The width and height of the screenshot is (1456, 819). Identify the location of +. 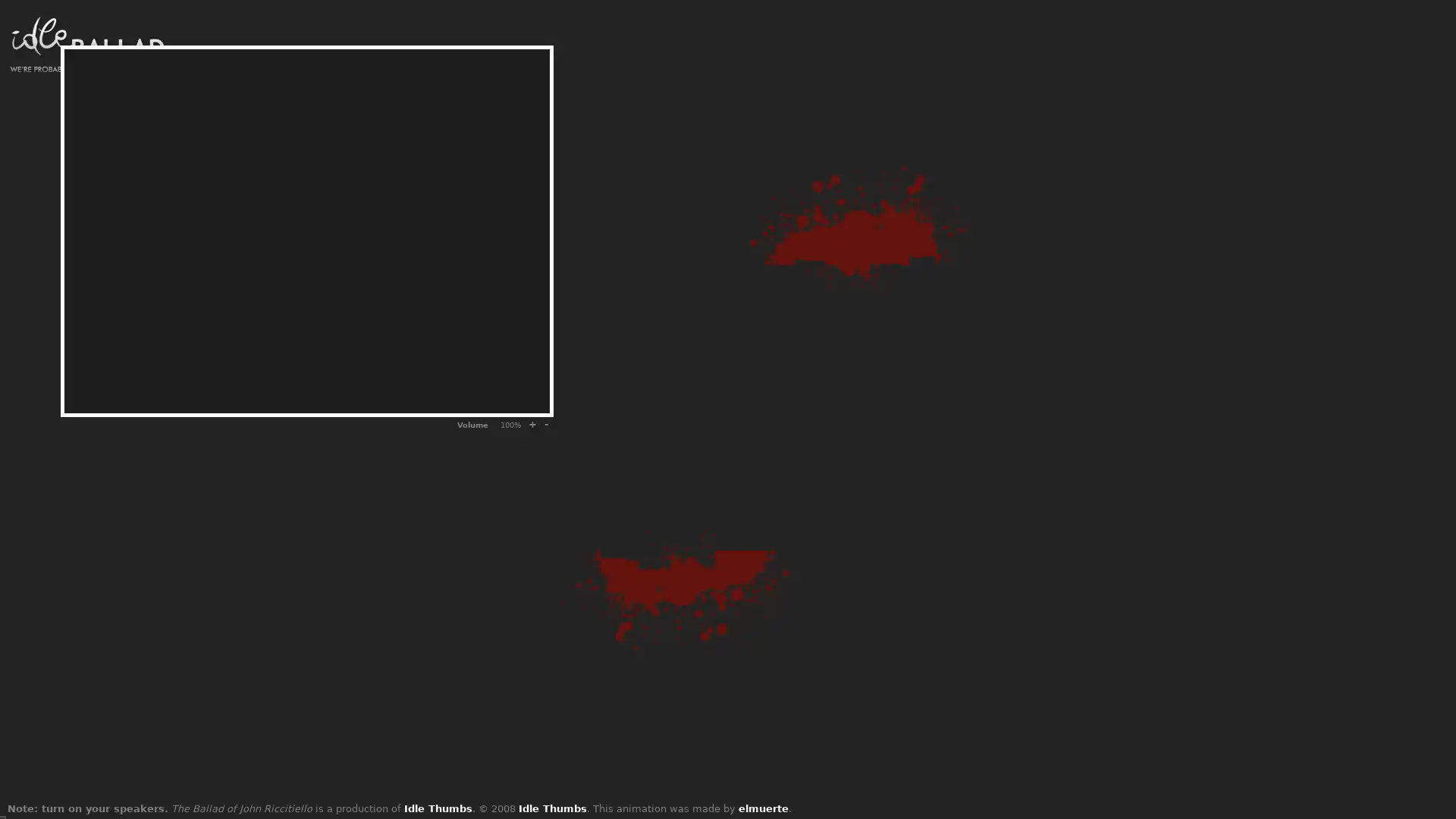
(531, 424).